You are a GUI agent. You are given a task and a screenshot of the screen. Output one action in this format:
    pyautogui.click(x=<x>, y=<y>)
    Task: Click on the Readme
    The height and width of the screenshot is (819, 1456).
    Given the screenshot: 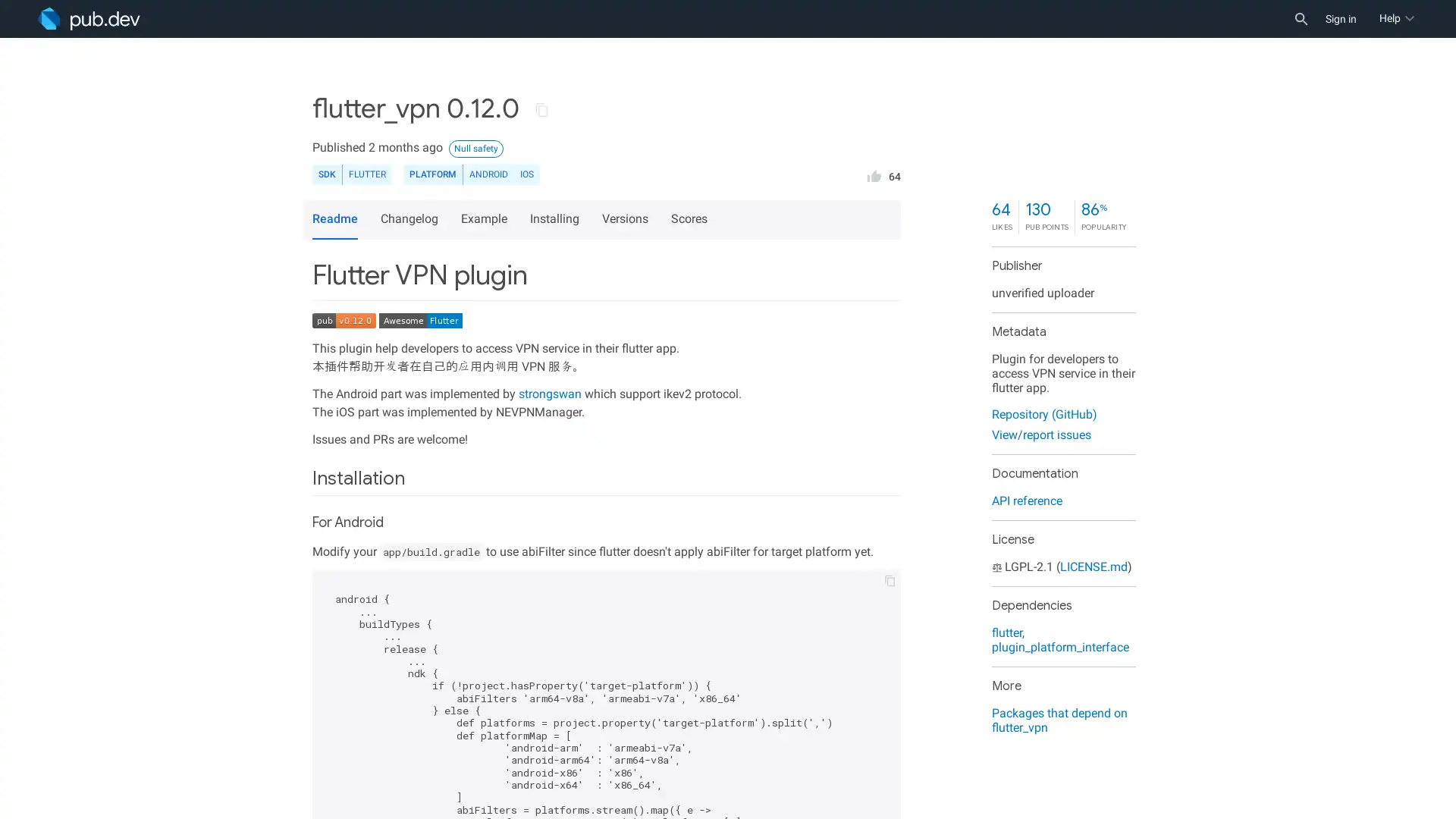 What is the action you would take?
    pyautogui.click(x=334, y=219)
    